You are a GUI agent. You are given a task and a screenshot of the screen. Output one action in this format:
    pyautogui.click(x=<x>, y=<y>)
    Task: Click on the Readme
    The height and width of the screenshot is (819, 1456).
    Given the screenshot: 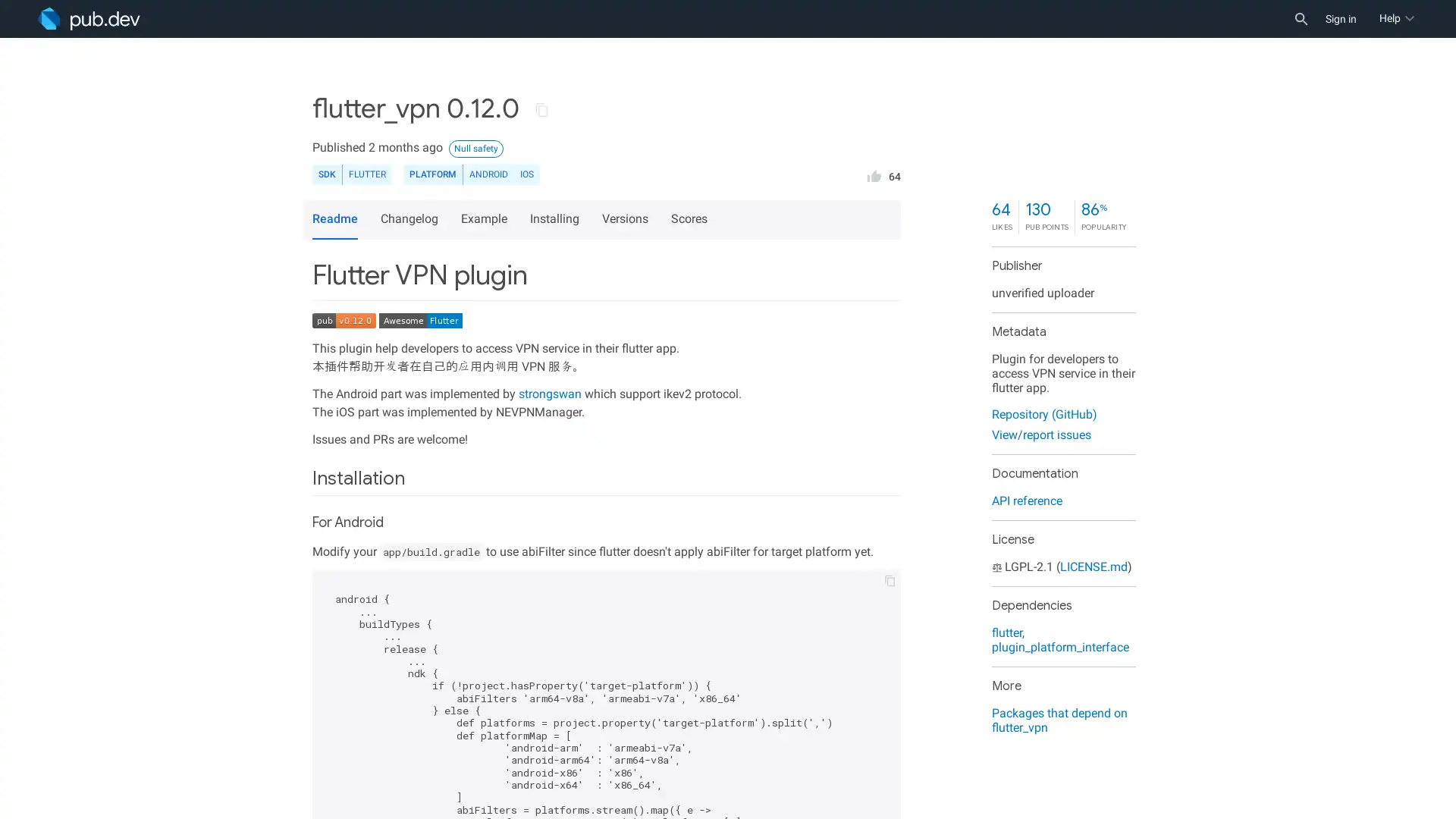 What is the action you would take?
    pyautogui.click(x=334, y=219)
    